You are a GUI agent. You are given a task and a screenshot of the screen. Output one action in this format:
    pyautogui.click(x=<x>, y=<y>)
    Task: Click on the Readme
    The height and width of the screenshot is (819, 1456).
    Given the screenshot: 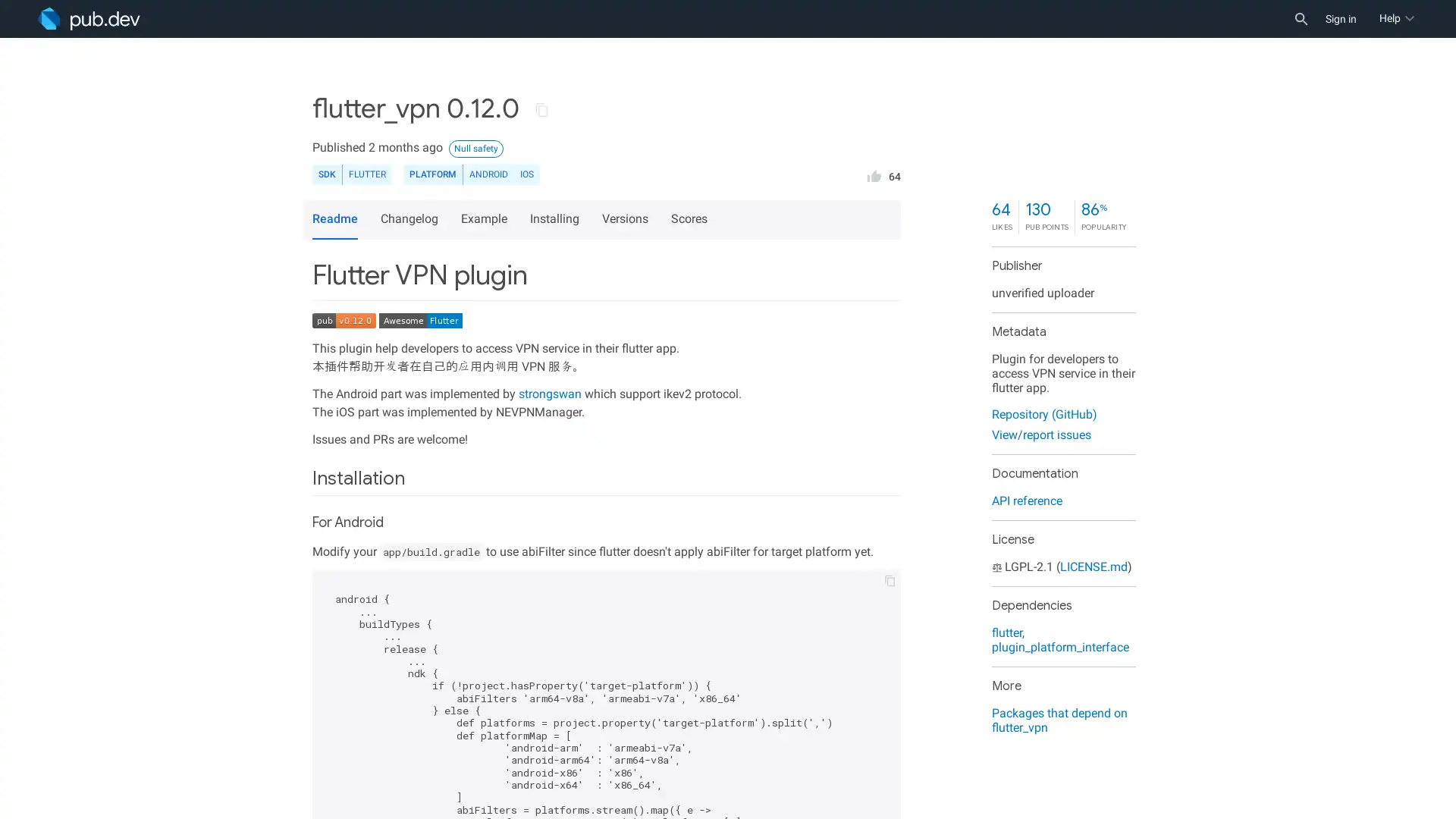 What is the action you would take?
    pyautogui.click(x=334, y=219)
    